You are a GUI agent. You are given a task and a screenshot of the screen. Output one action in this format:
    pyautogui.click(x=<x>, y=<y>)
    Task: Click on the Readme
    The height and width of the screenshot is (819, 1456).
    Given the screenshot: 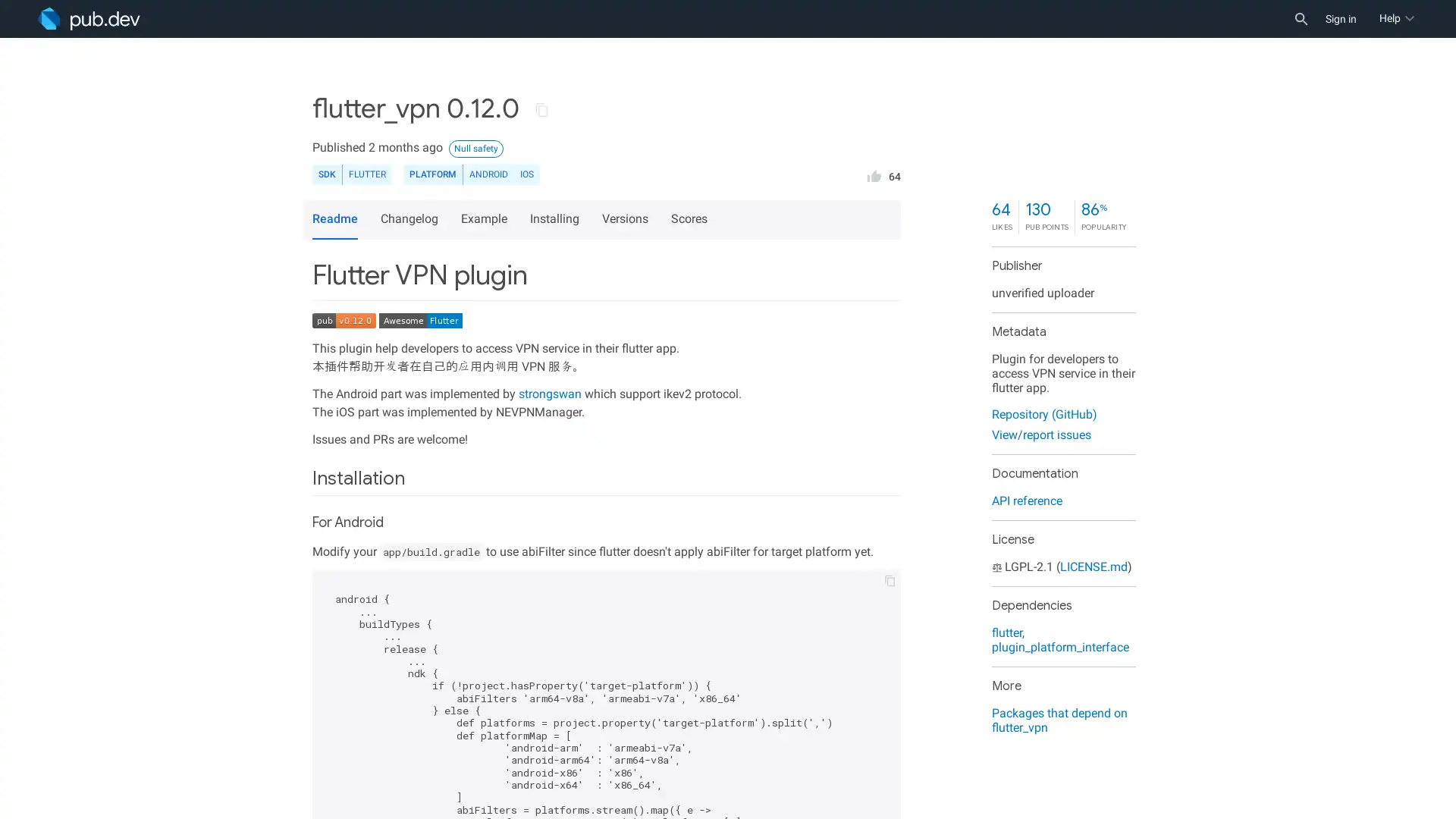 What is the action you would take?
    pyautogui.click(x=334, y=219)
    